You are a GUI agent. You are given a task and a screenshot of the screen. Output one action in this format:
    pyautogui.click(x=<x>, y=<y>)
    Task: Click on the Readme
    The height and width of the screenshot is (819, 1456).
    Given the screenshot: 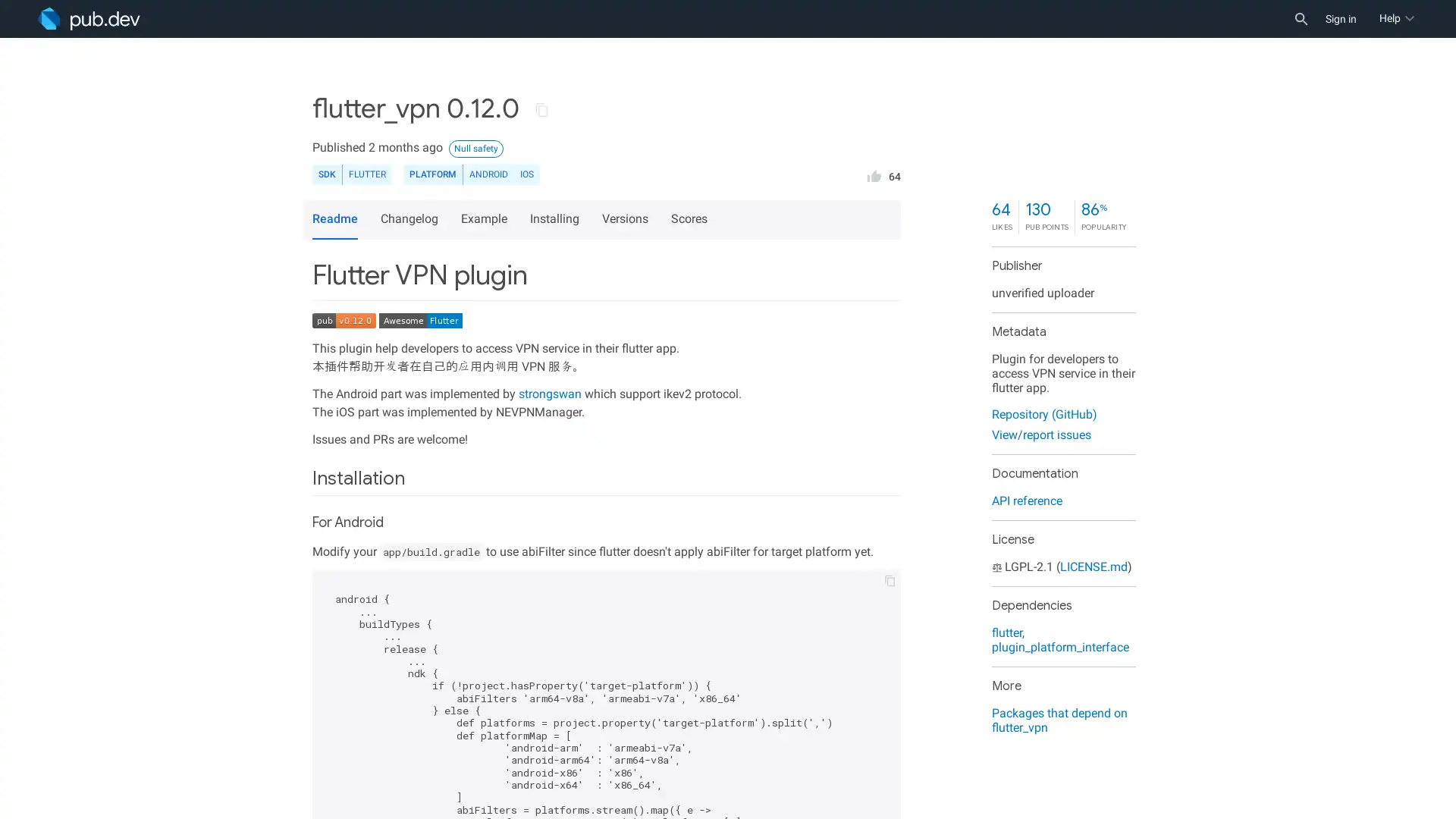 What is the action you would take?
    pyautogui.click(x=334, y=219)
    